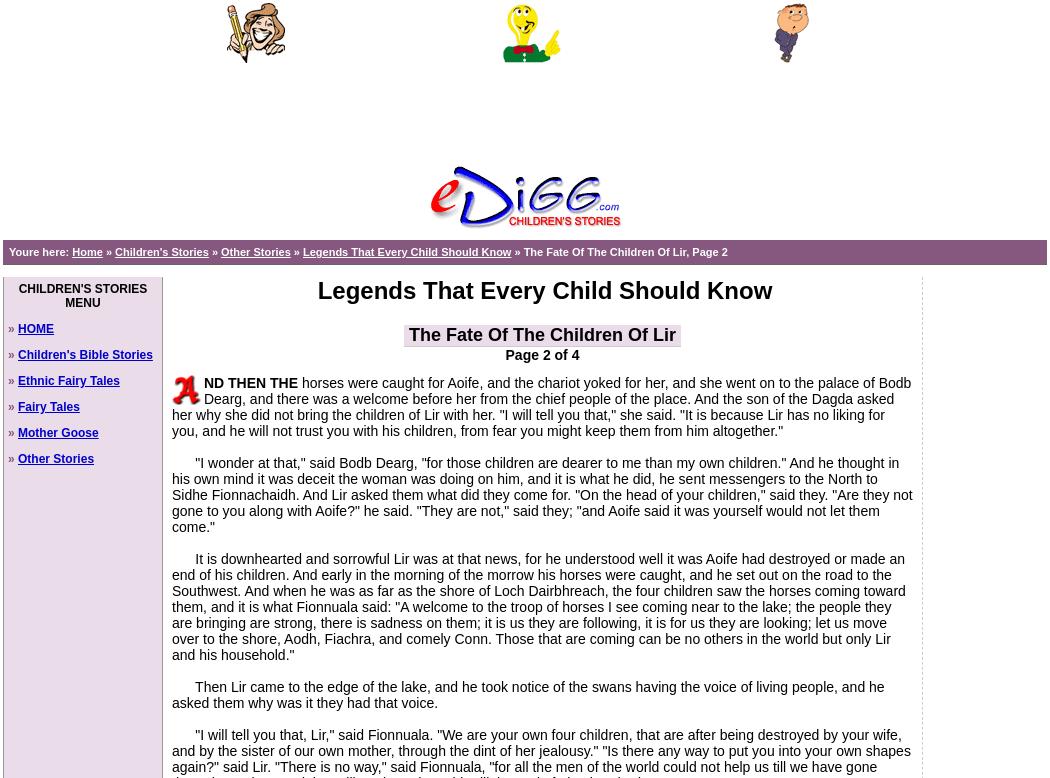  Describe the element at coordinates (542, 334) in the screenshot. I see `'The Fate Of The Children Of Lir'` at that location.